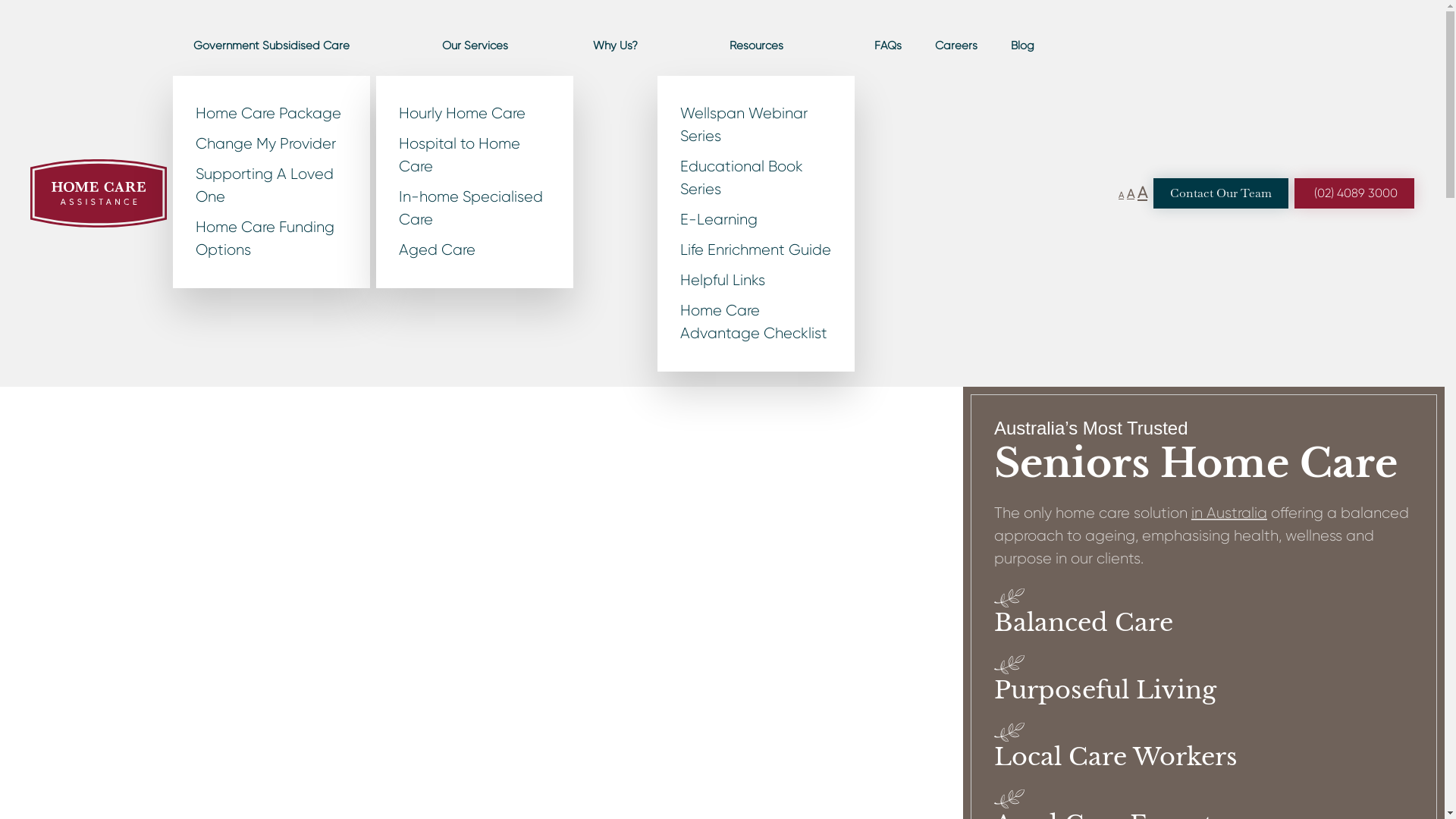 This screenshot has height=819, width=1456. I want to click on 'Contact Our Team', so click(1220, 192).